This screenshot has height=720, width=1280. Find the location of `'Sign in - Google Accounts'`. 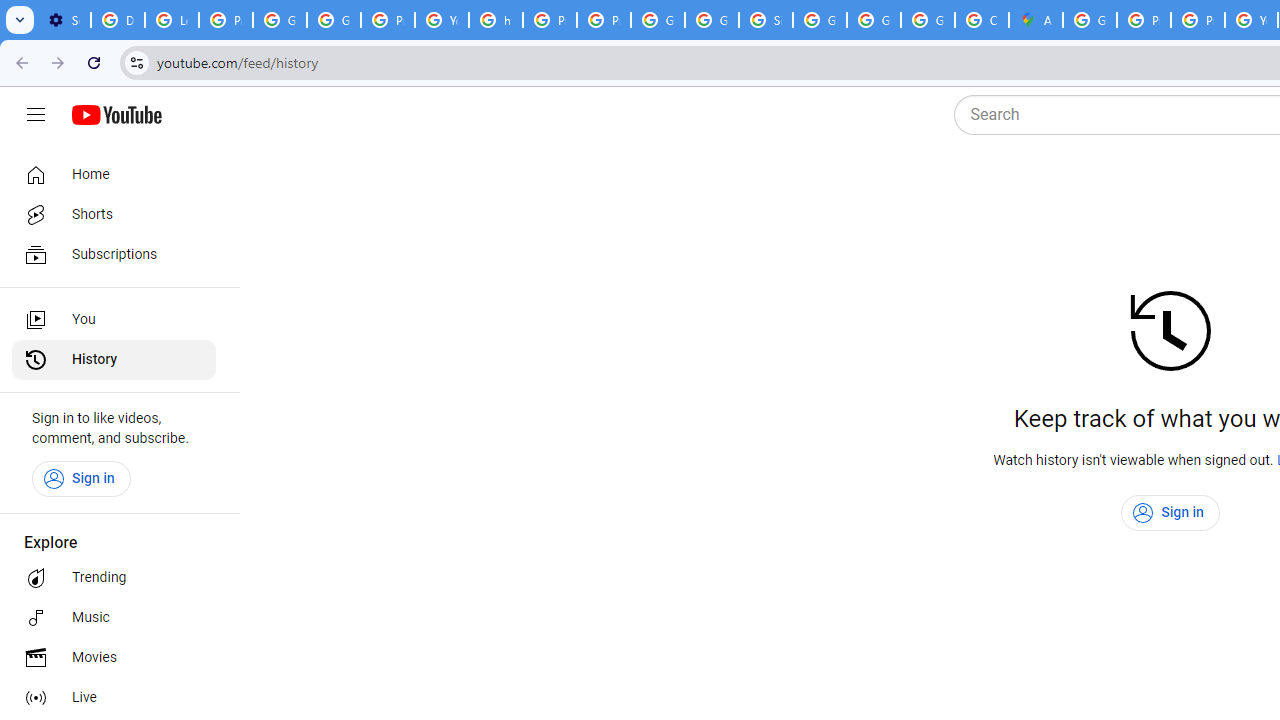

'Sign in - Google Accounts' is located at coordinates (765, 20).